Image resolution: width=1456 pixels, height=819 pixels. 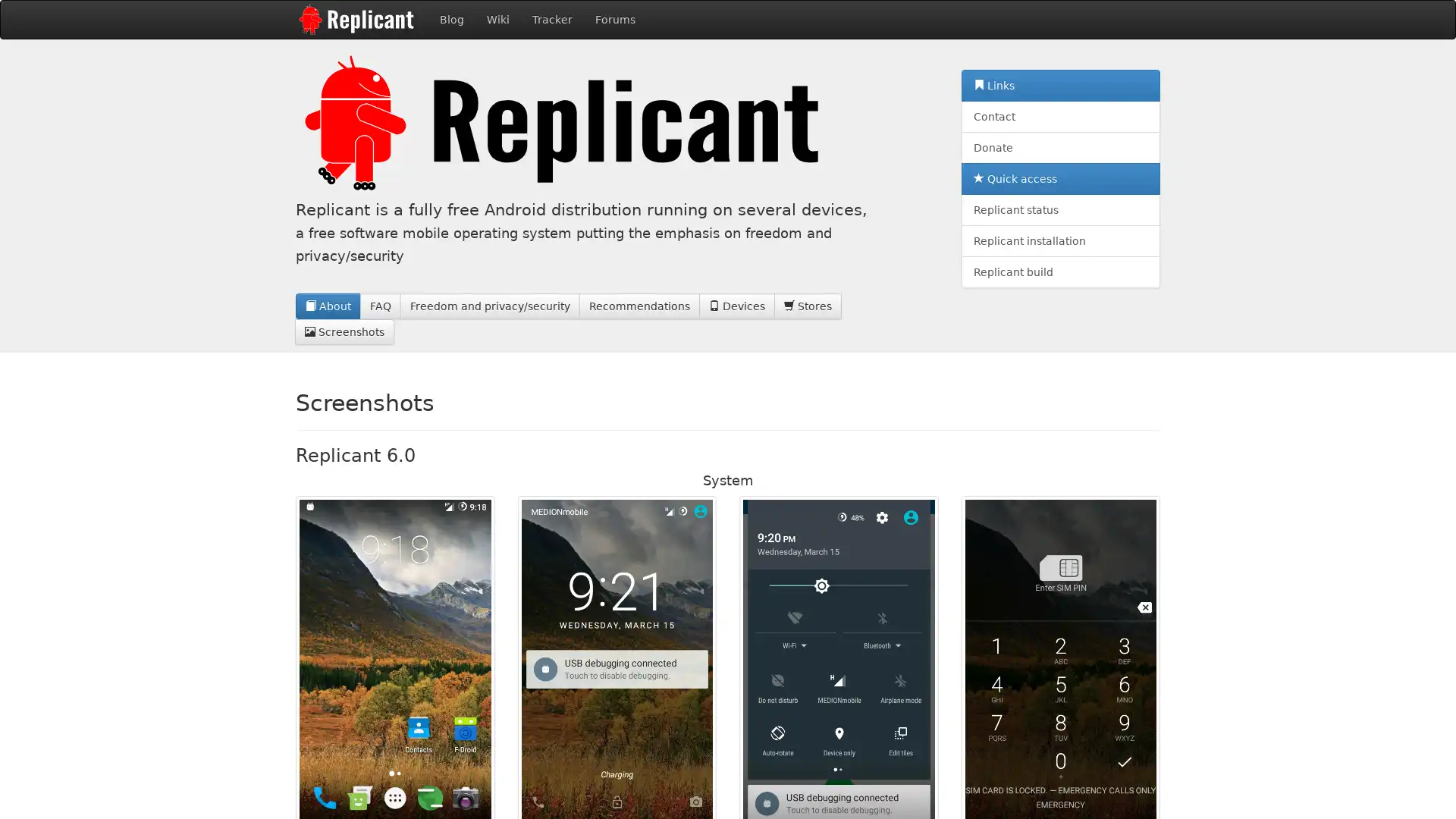 What do you see at coordinates (327, 306) in the screenshot?
I see `About` at bounding box center [327, 306].